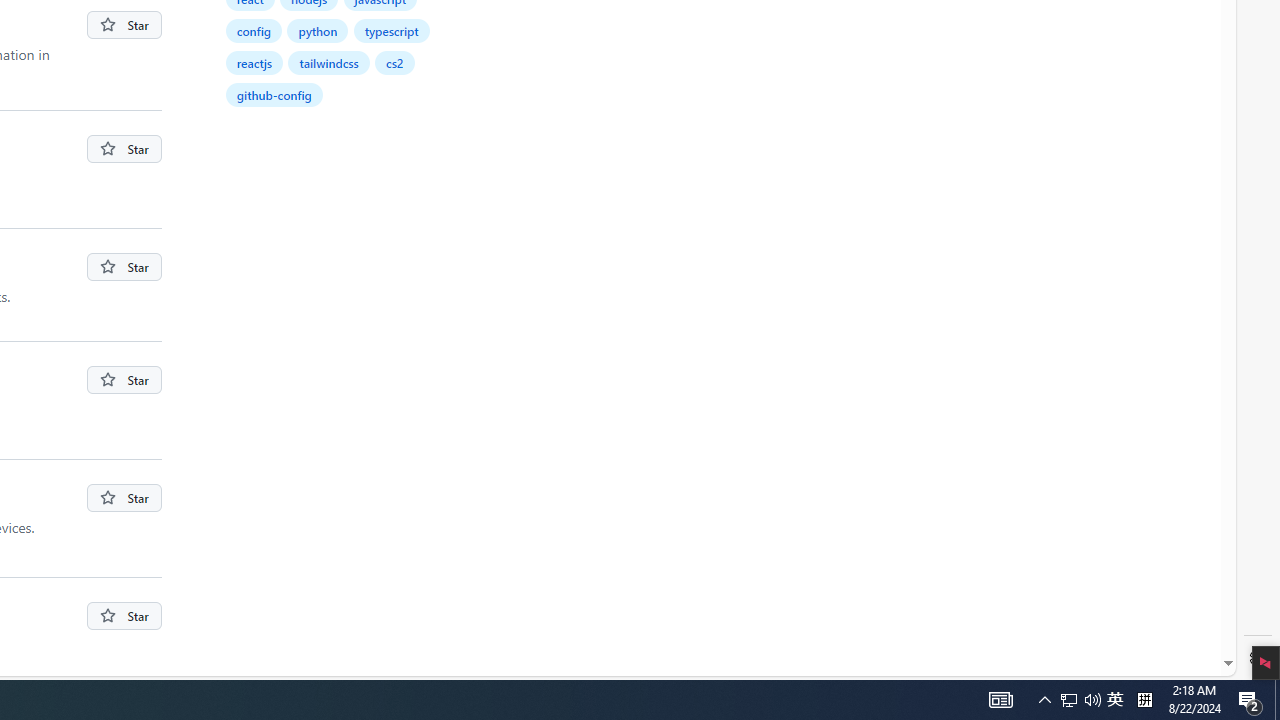 The height and width of the screenshot is (720, 1280). What do you see at coordinates (396, 61) in the screenshot?
I see `'cs2'` at bounding box center [396, 61].